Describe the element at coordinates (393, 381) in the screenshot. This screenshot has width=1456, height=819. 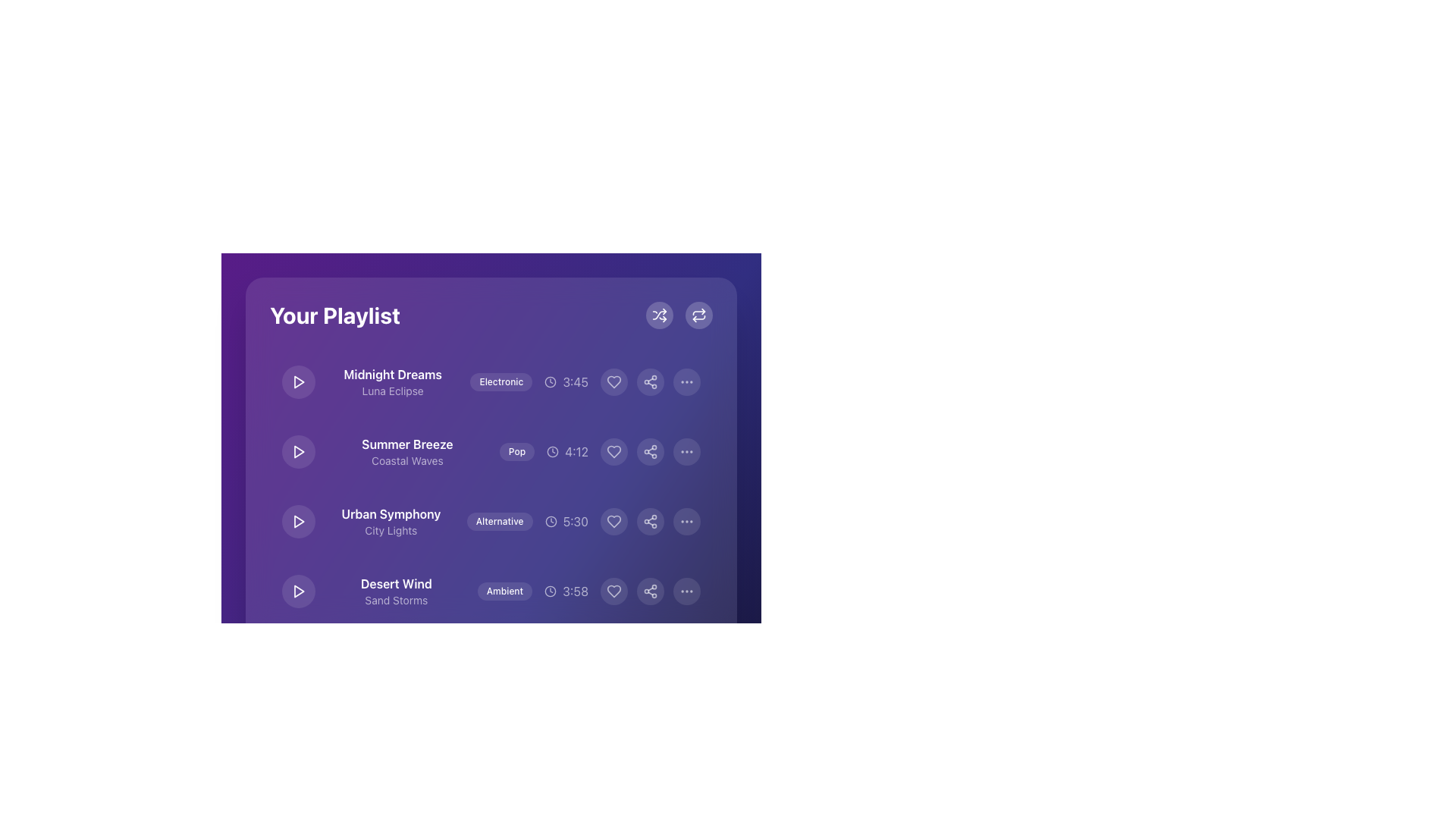
I see `the text display element that shows the track name and artist details in the first row of the playlist to see its properties` at that location.